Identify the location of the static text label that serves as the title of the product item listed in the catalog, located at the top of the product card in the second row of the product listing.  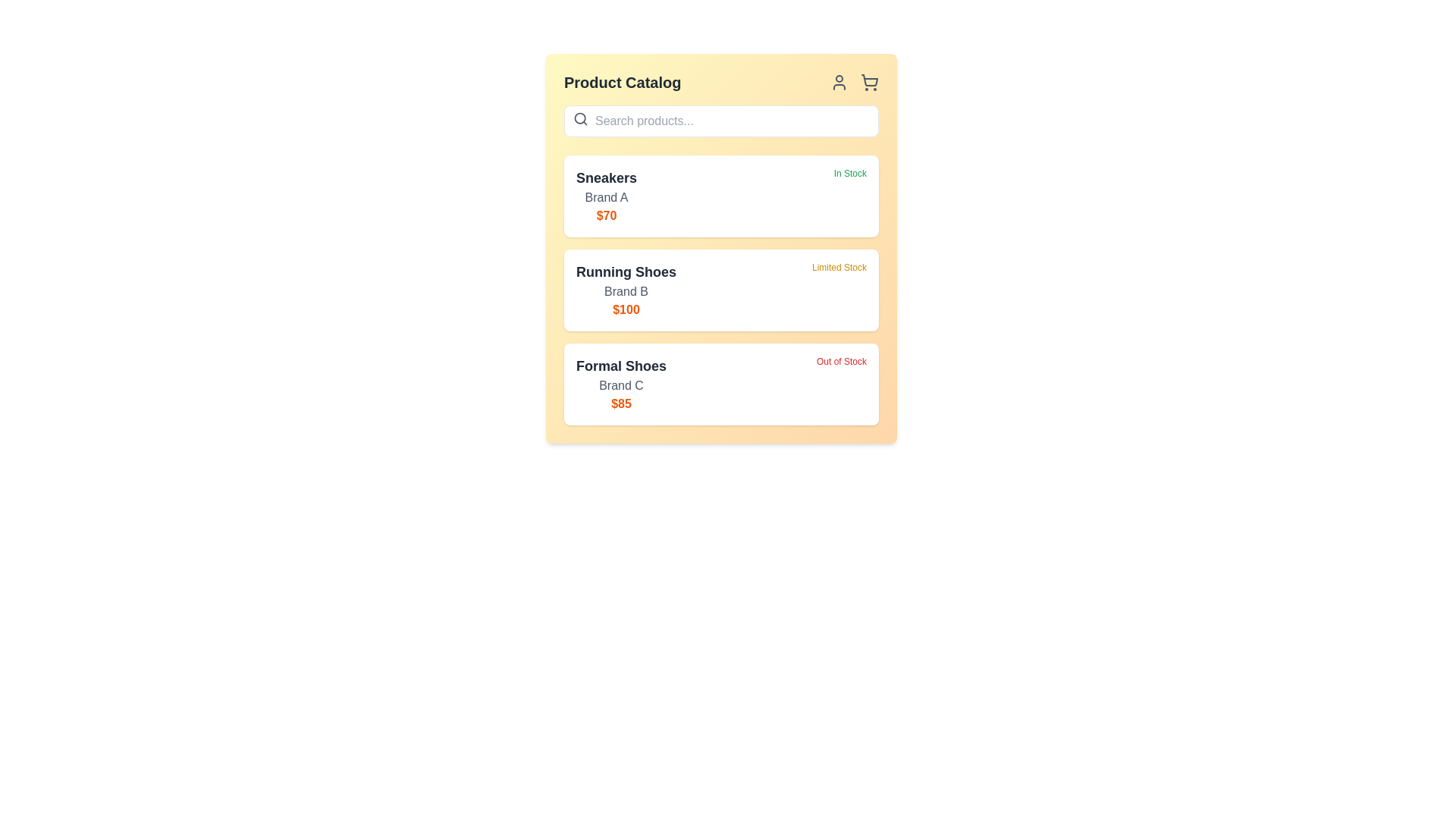
(626, 271).